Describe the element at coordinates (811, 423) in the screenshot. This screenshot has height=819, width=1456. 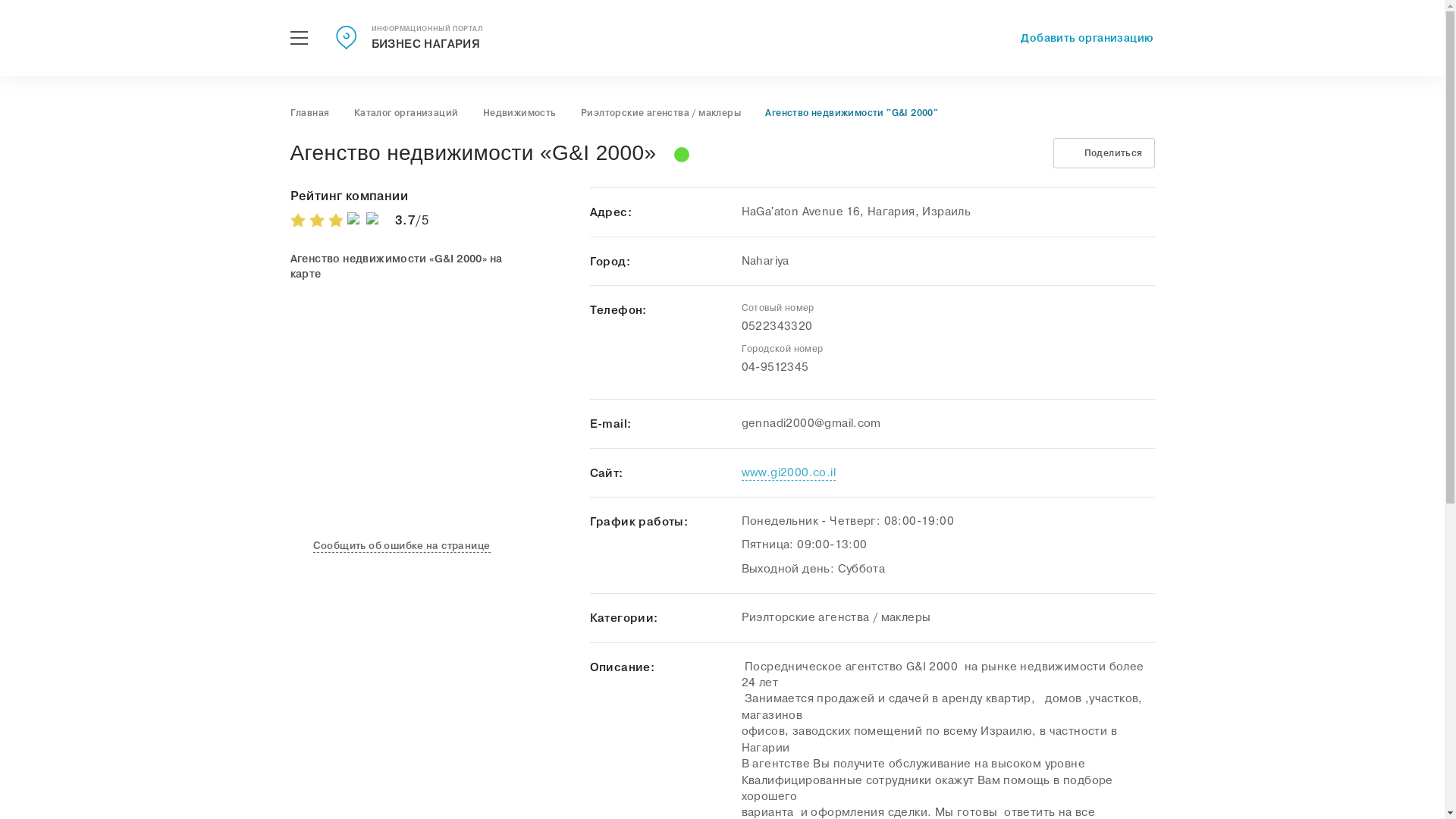
I see `'gennadi2000@gmail.com'` at that location.